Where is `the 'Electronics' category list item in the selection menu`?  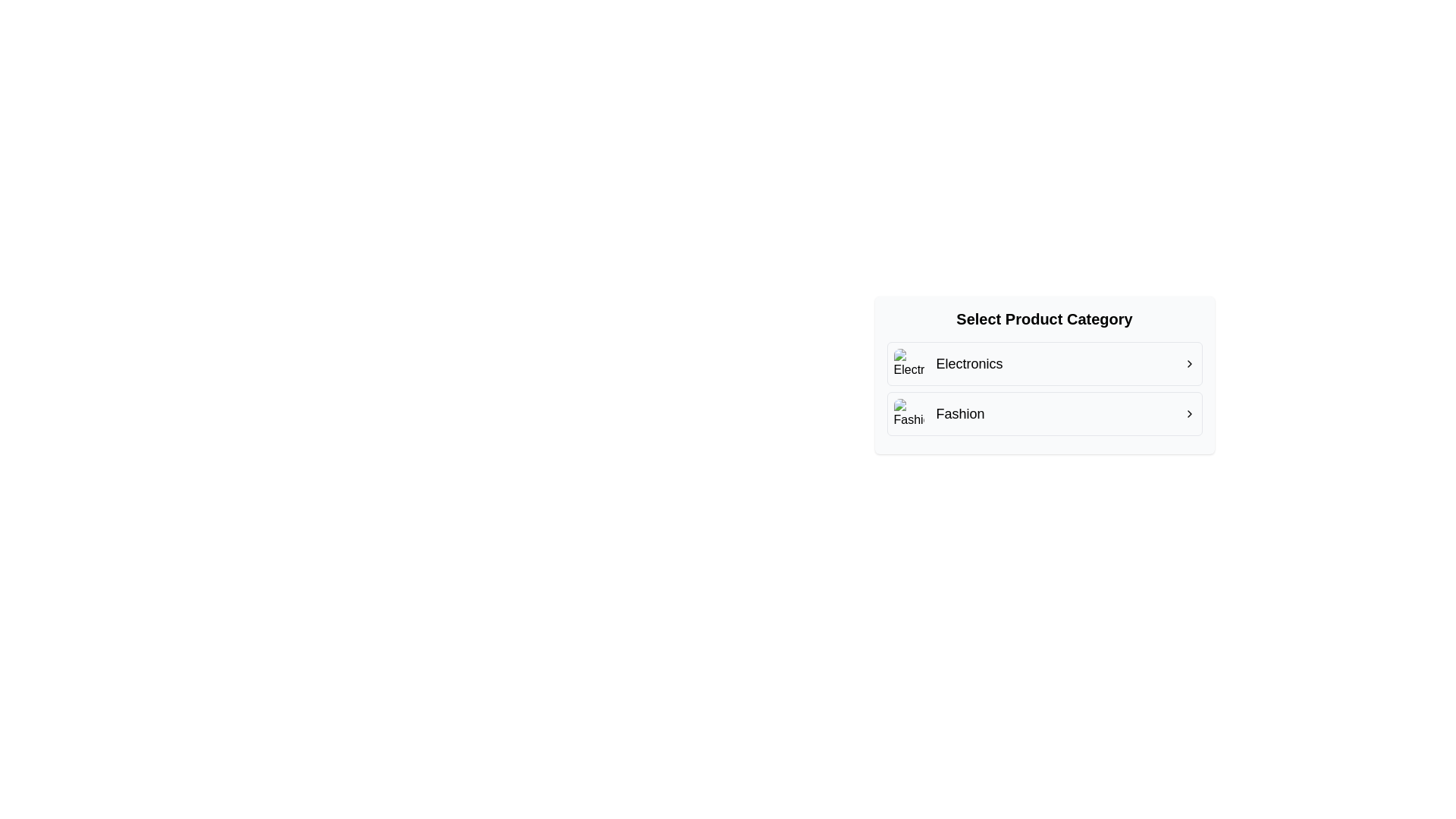
the 'Electronics' category list item in the selection menu is located at coordinates (1043, 363).